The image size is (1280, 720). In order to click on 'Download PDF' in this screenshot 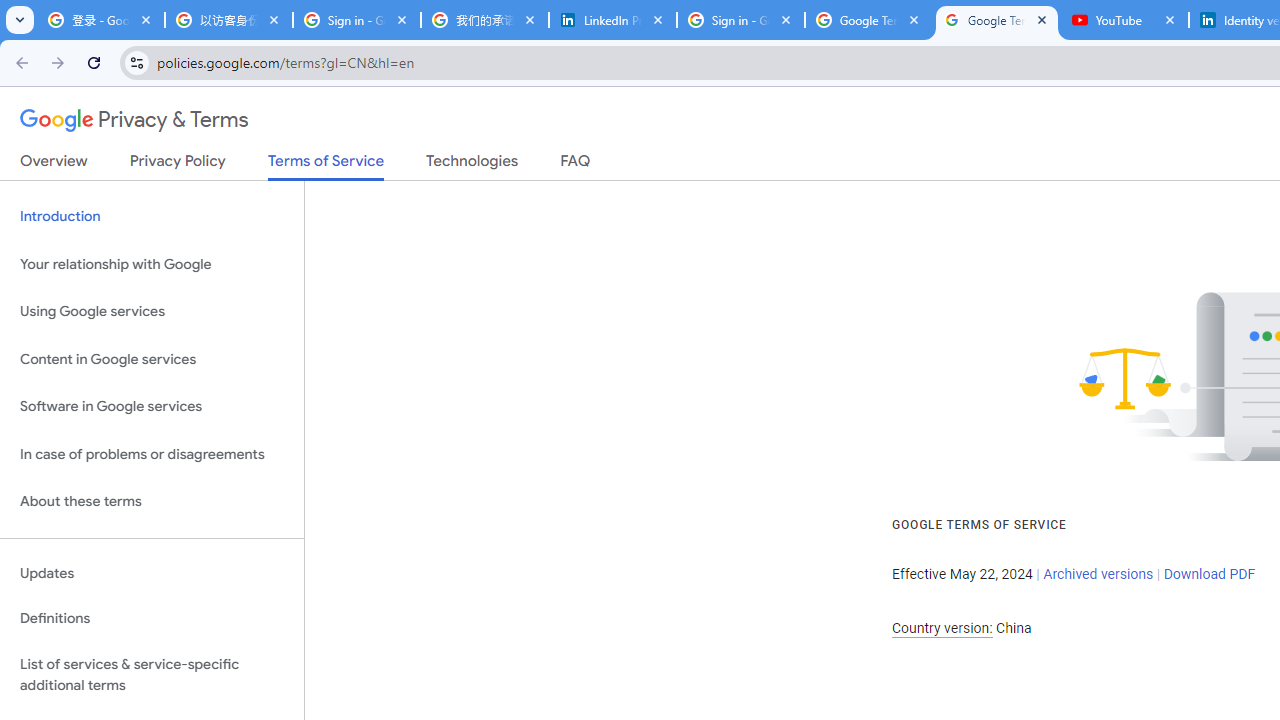, I will do `click(1208, 574)`.